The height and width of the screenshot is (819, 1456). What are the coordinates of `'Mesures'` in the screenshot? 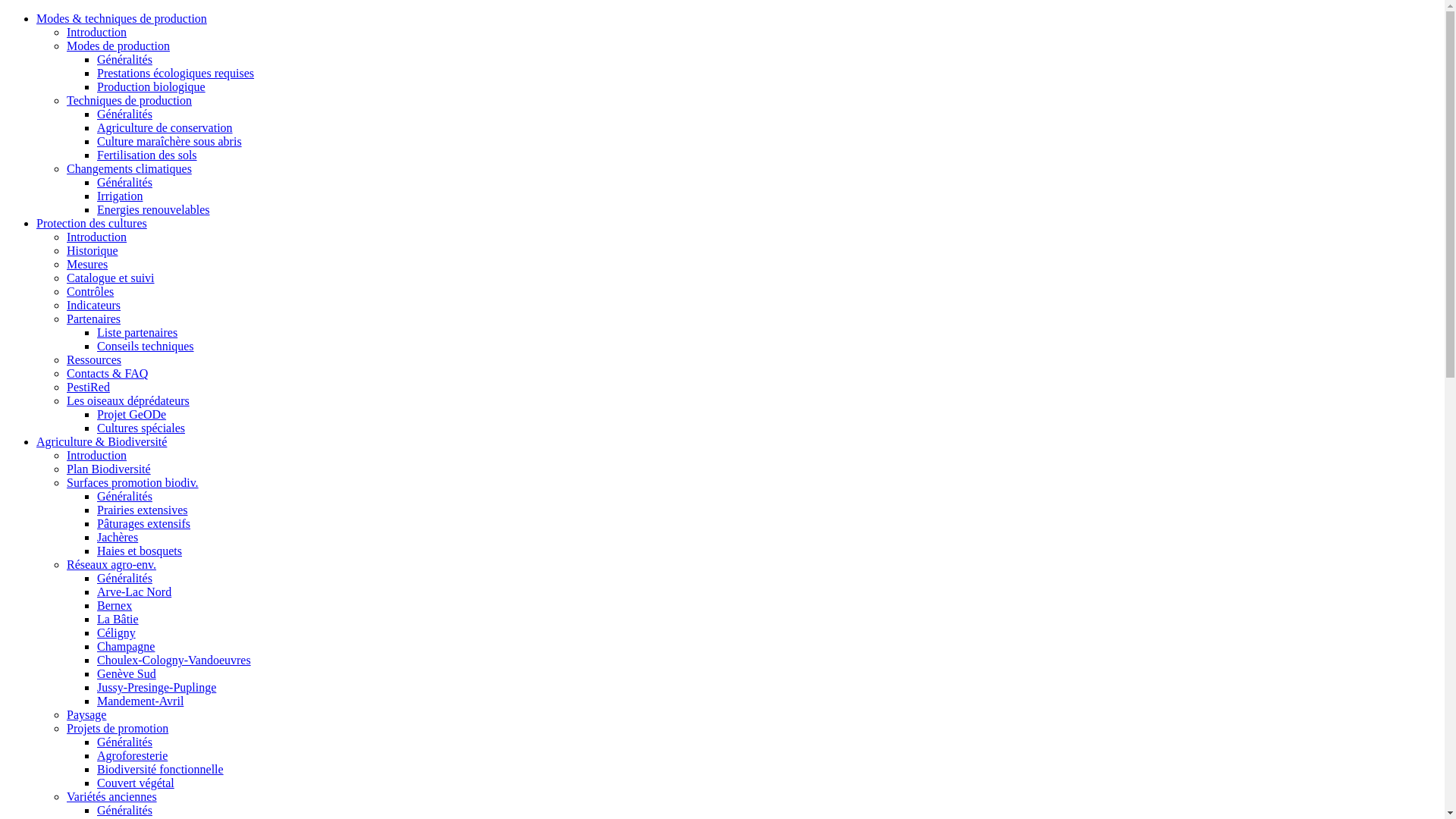 It's located at (65, 263).